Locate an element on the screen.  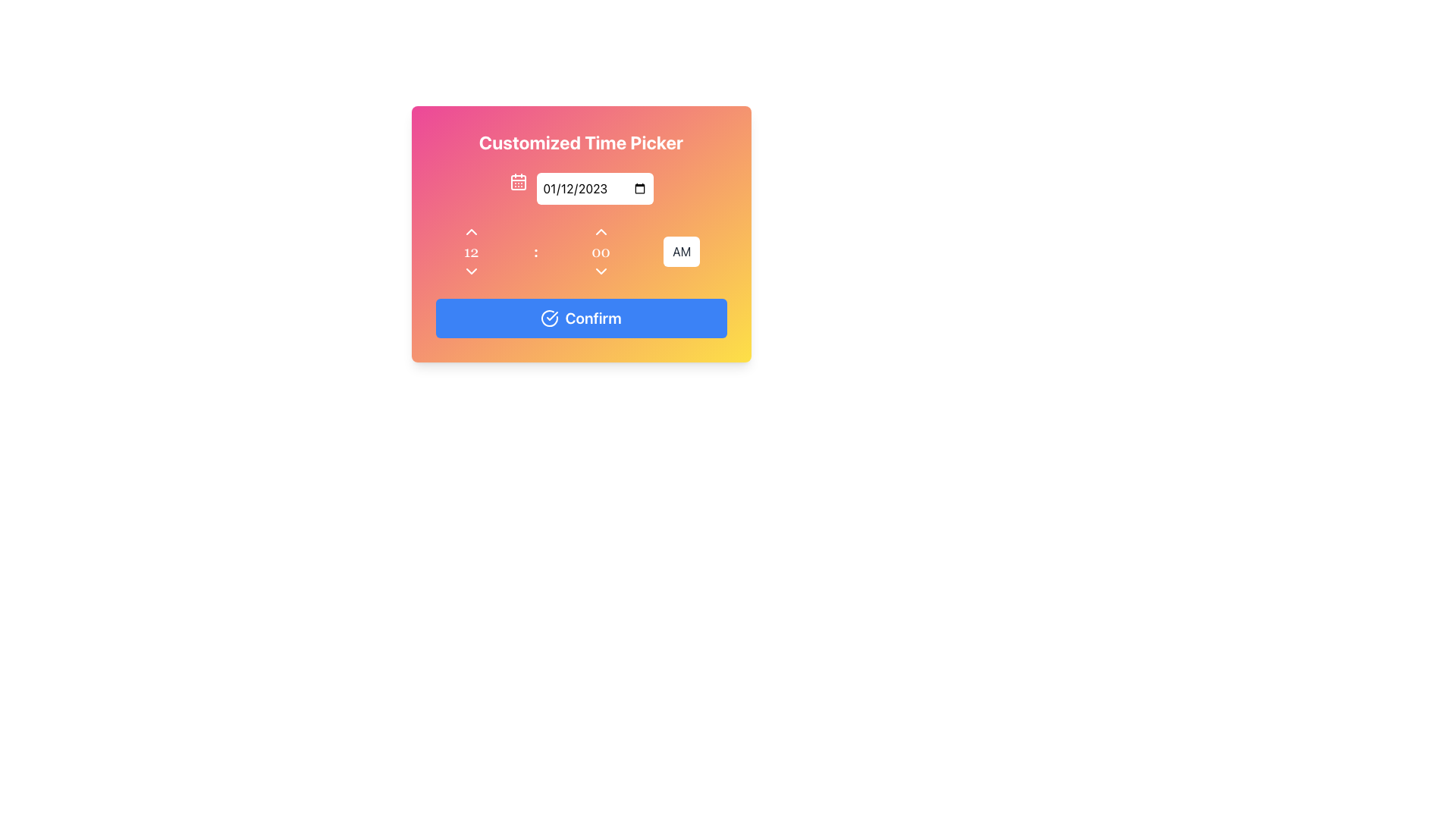
the 'Customized Time Picker' text component, which is displayed in bold and centered at the top of the card layout with a gradient background from pink to yellow is located at coordinates (580, 143).